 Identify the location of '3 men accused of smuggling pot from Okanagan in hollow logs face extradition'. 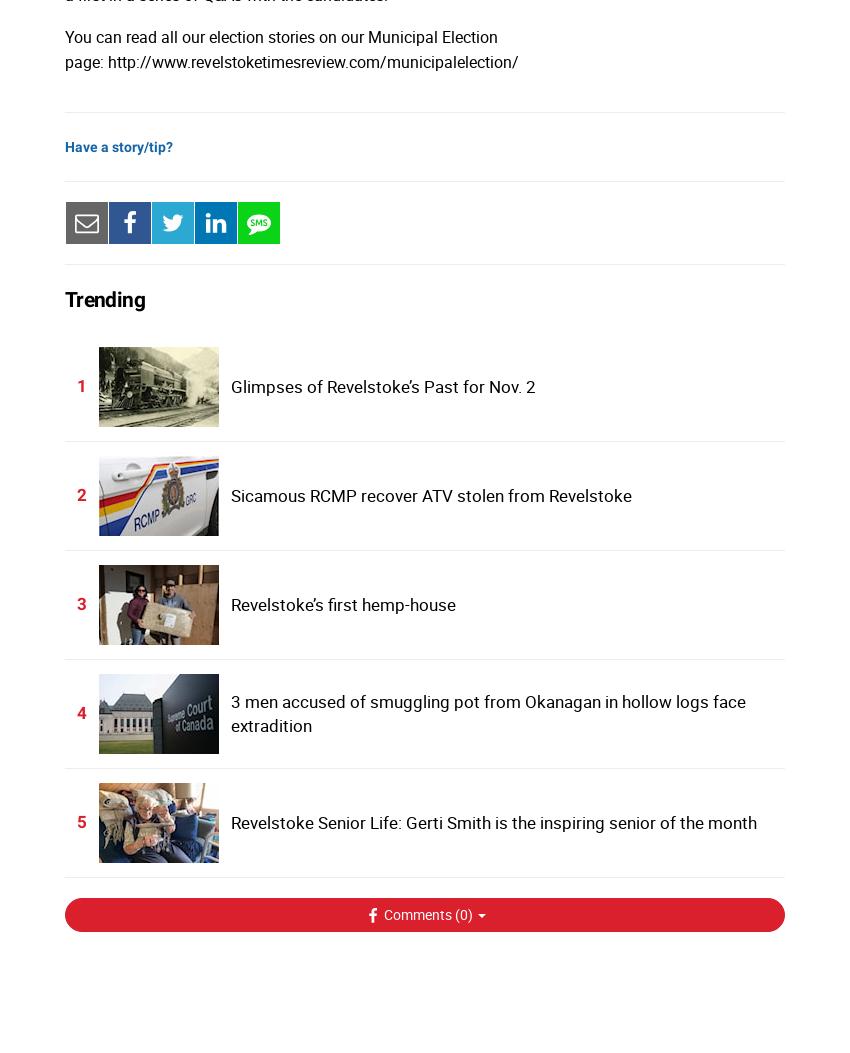
(487, 712).